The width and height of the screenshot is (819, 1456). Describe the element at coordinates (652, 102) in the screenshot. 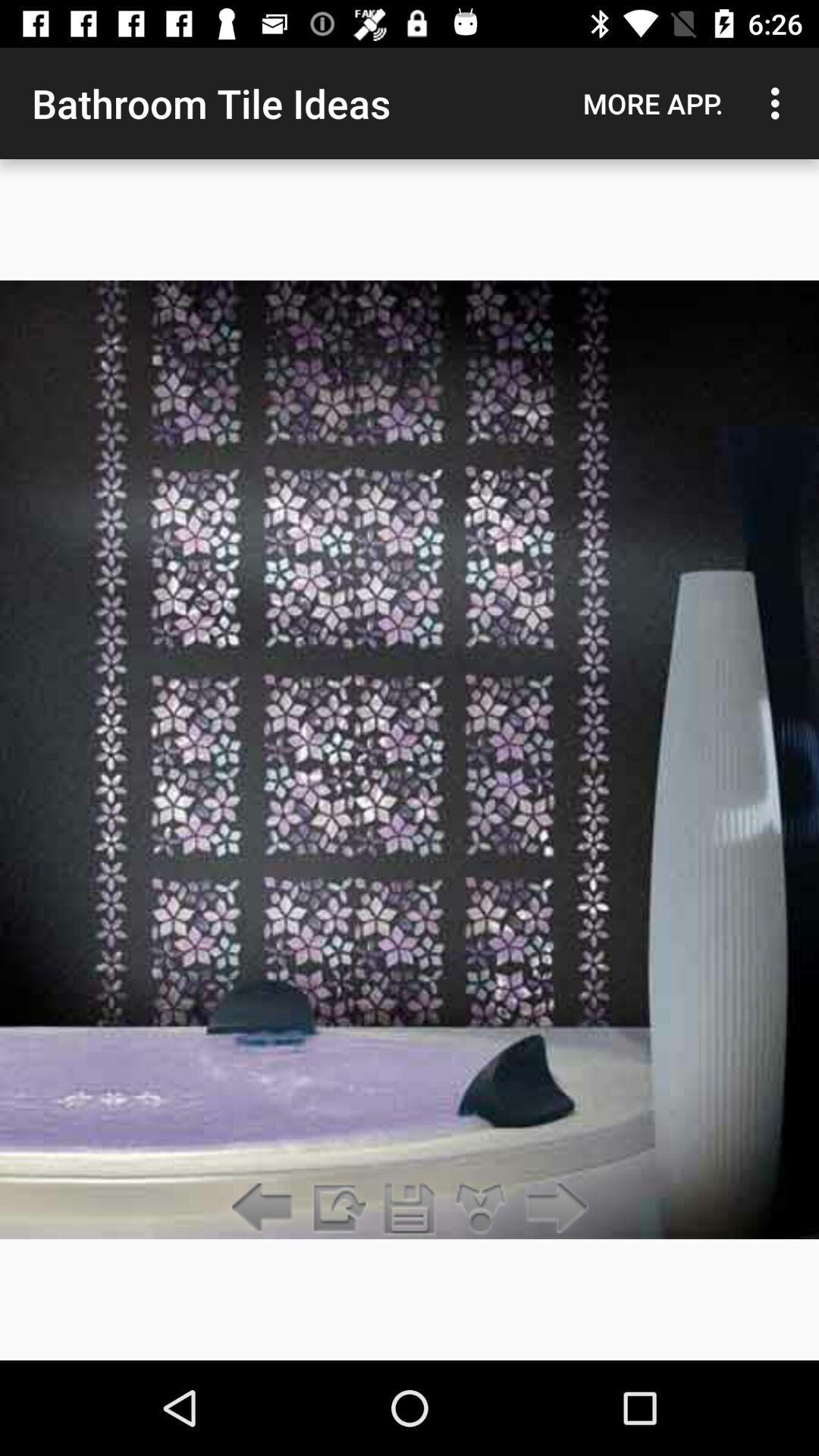

I see `the more app. icon` at that location.